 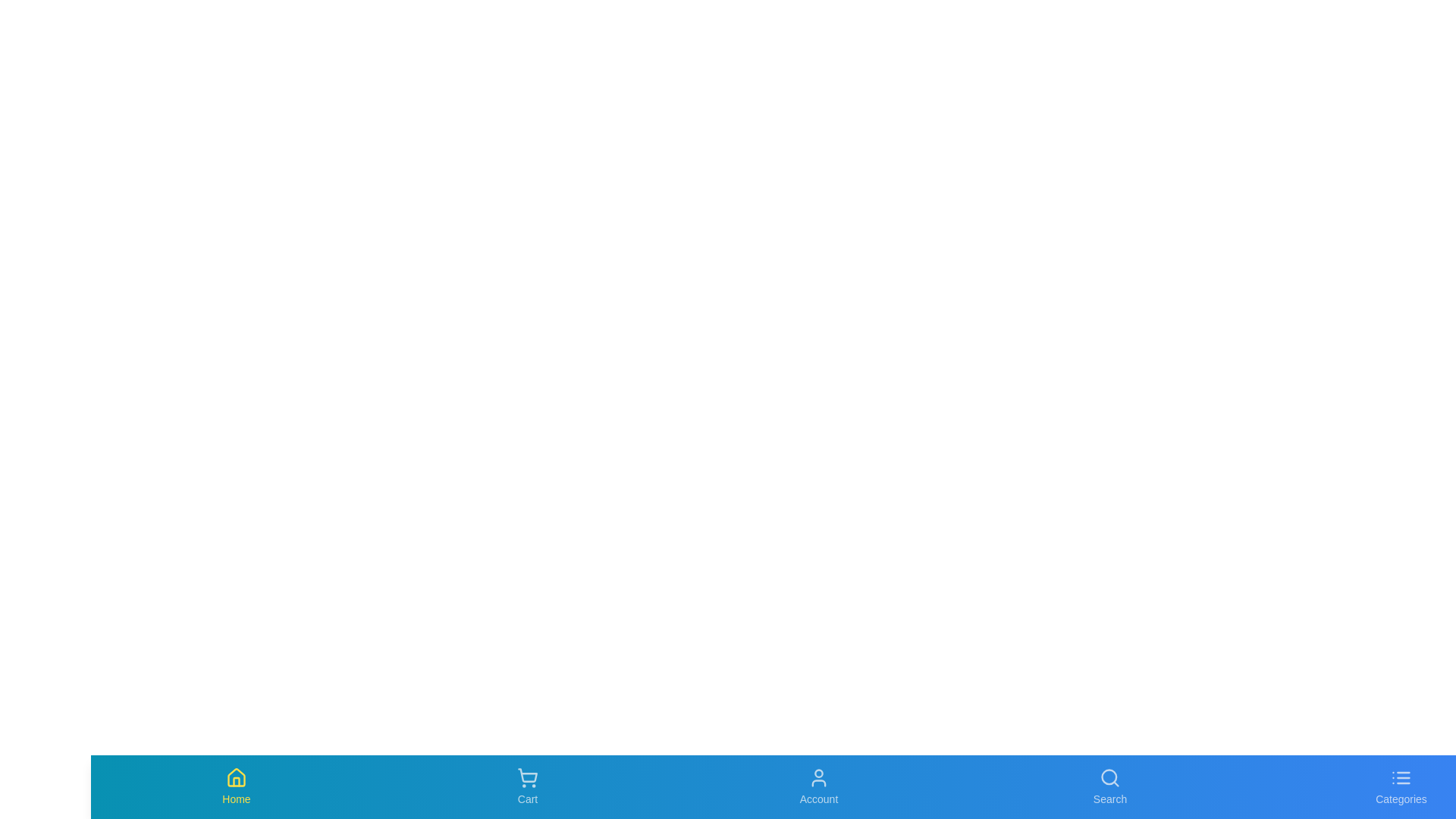 I want to click on the 'Cart' button in the bottom navigation bar, so click(x=528, y=786).